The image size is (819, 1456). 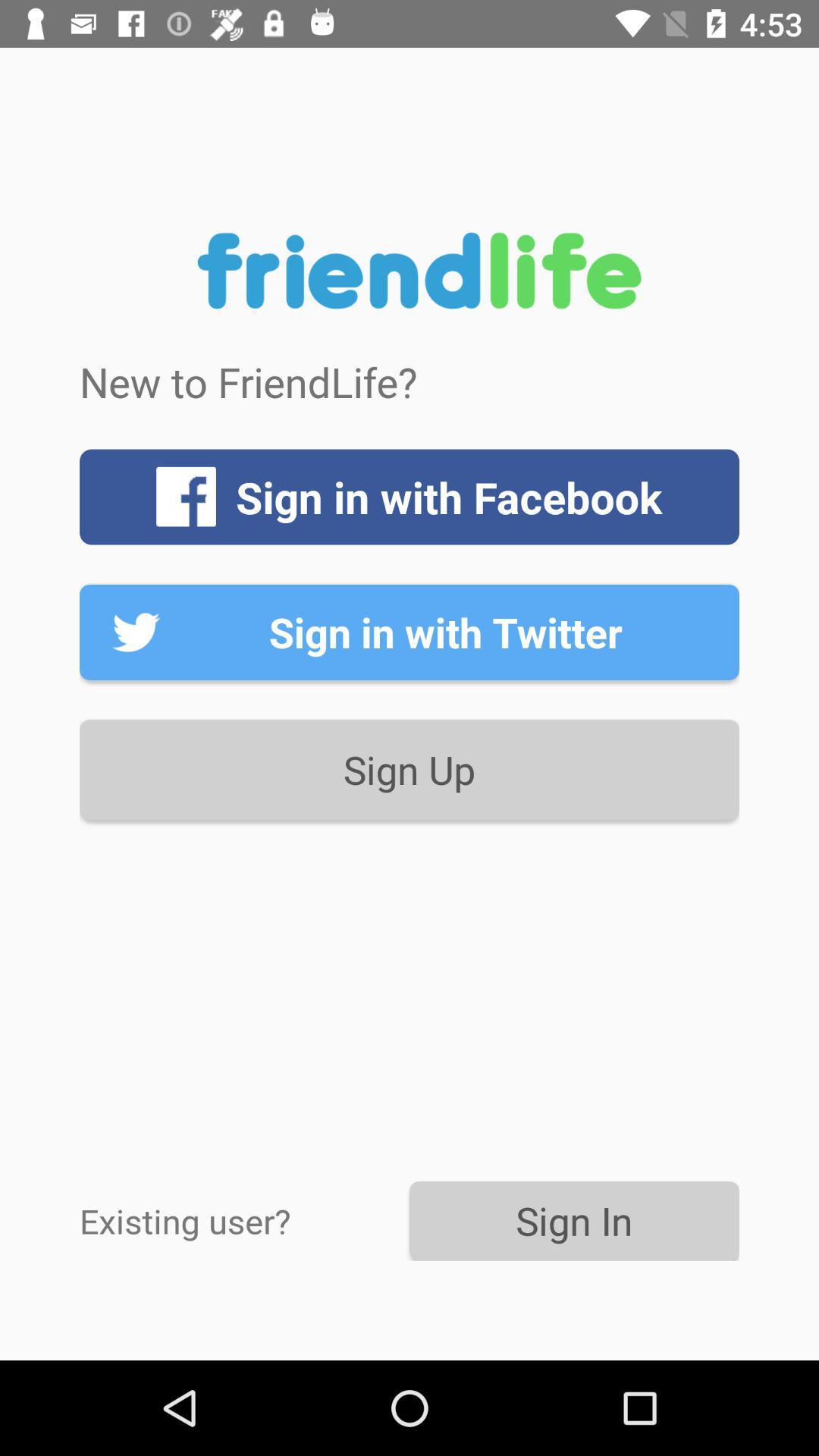 What do you see at coordinates (243, 1220) in the screenshot?
I see `the icon below the sign up icon` at bounding box center [243, 1220].